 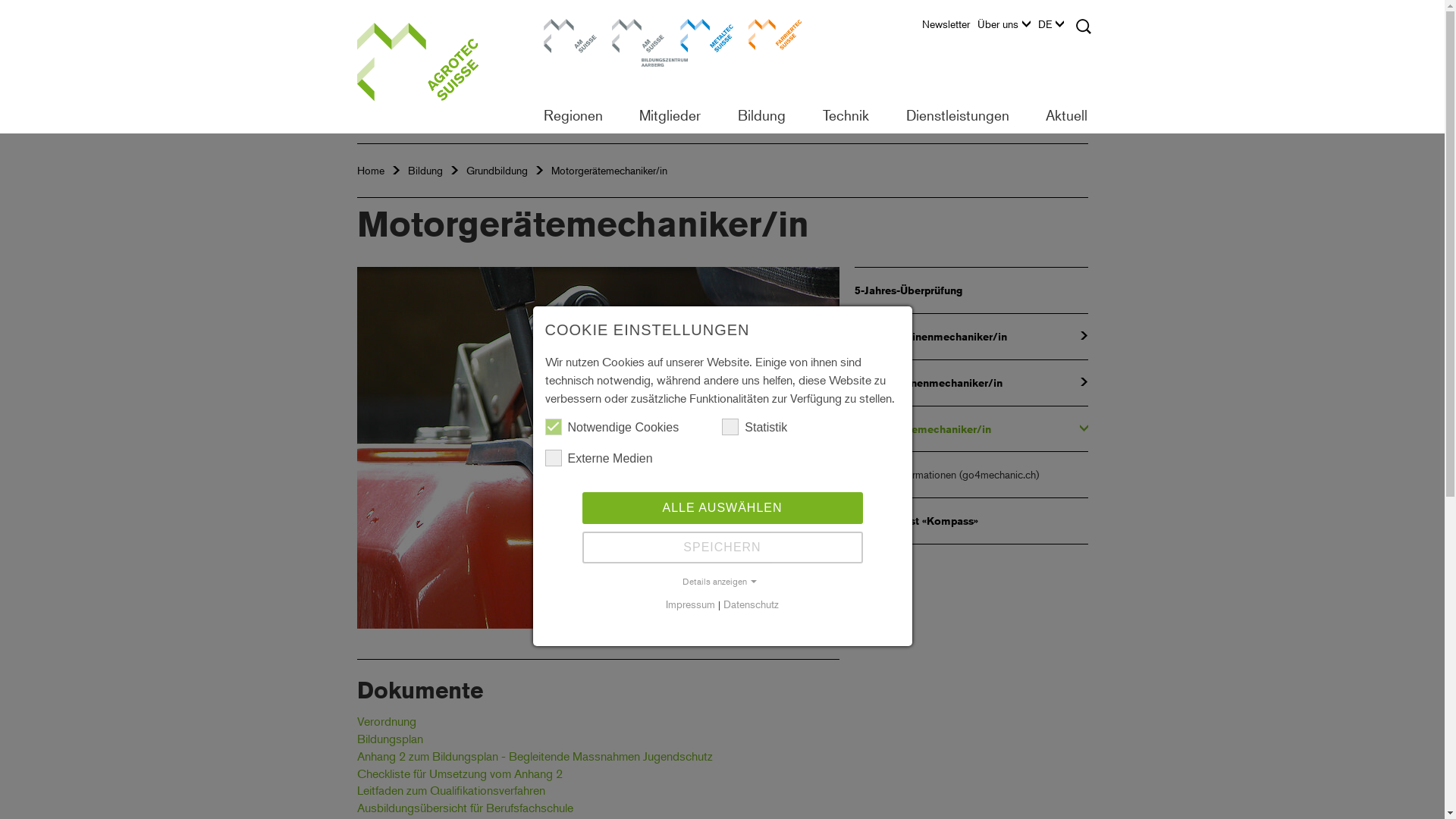 I want to click on 'AM Suisse', so click(x=568, y=45).